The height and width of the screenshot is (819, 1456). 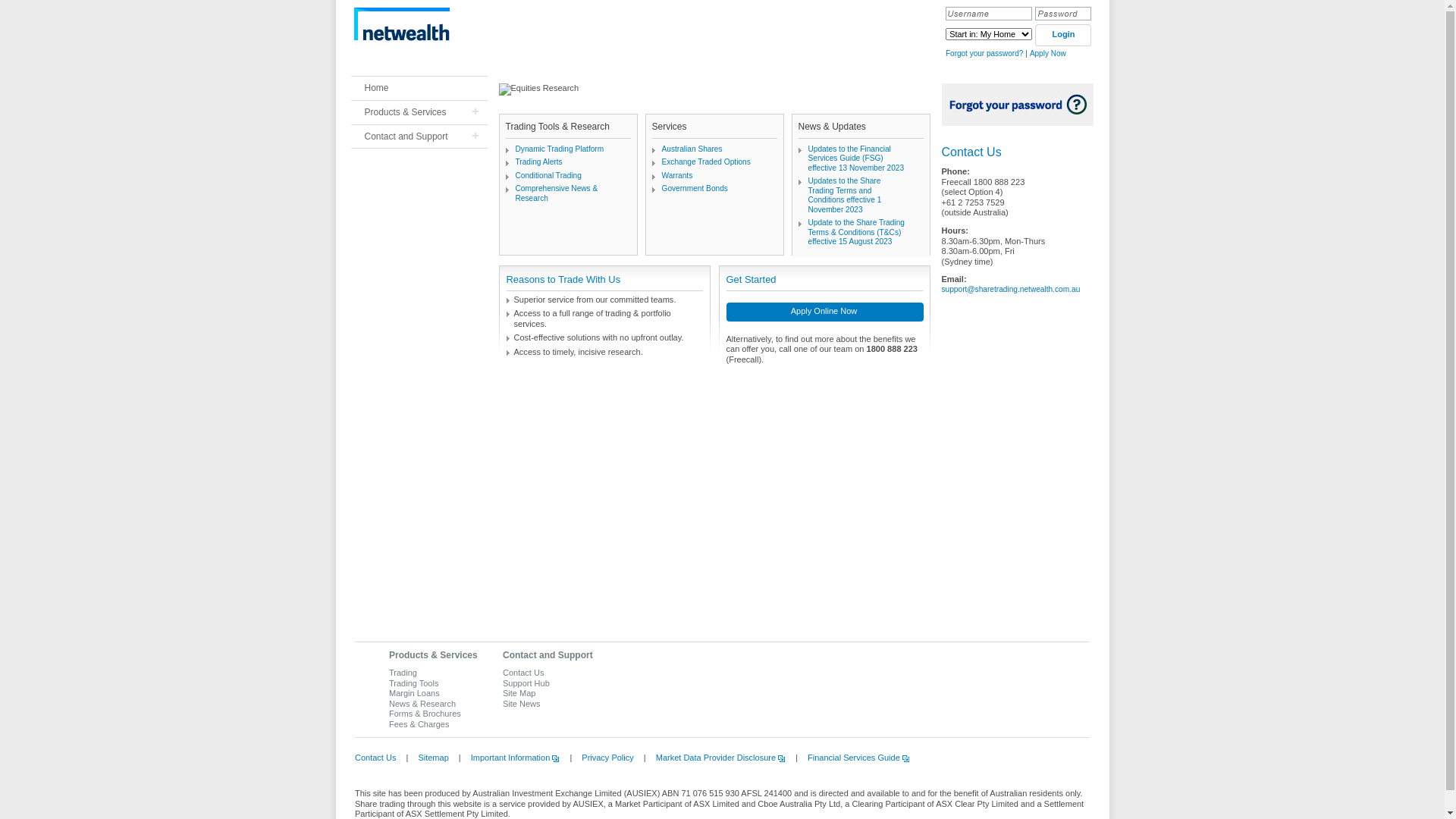 What do you see at coordinates (603, 758) in the screenshot?
I see `'Privacy Policy'` at bounding box center [603, 758].